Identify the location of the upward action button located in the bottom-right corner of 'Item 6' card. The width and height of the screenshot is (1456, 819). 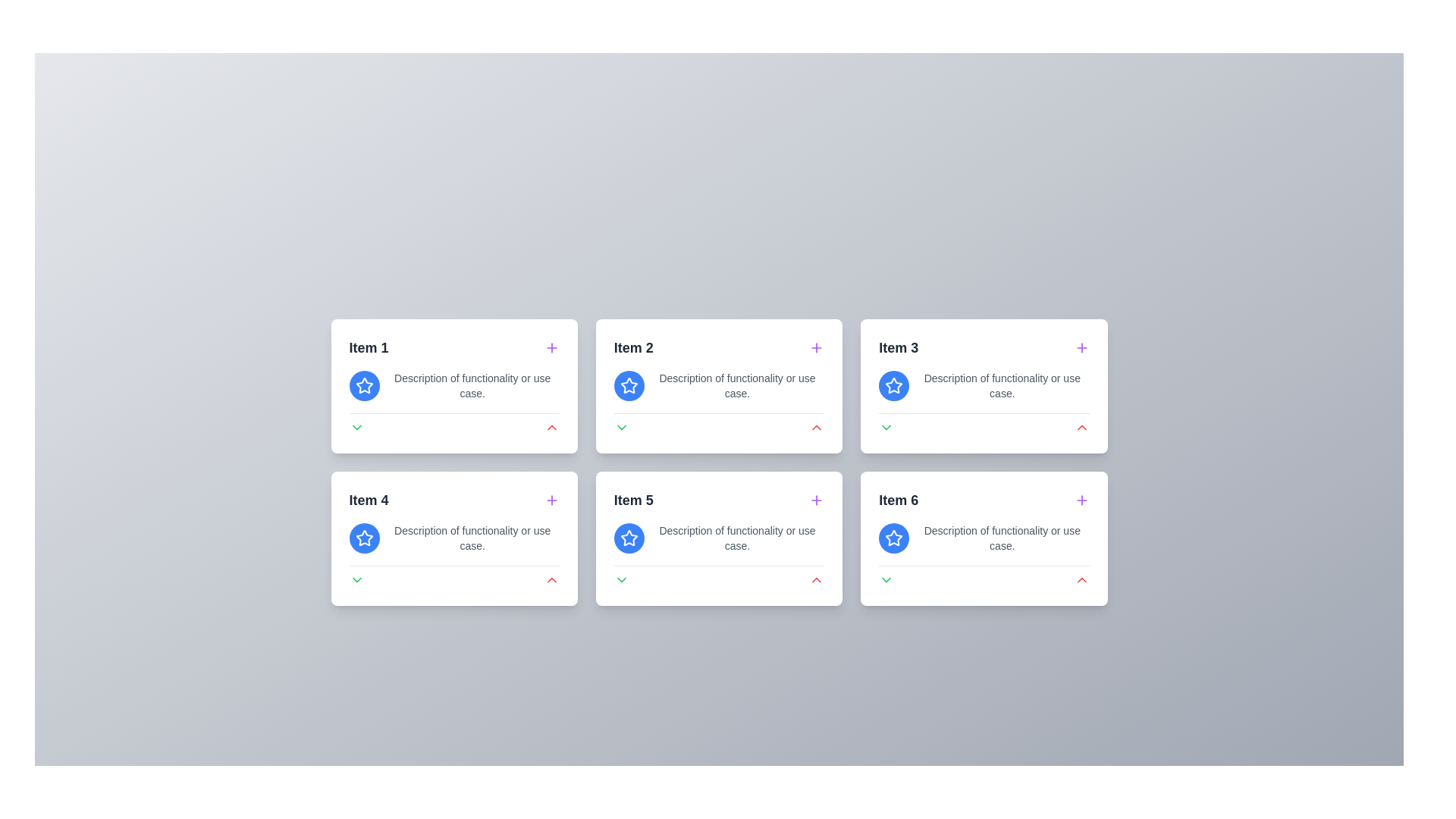
(1081, 579).